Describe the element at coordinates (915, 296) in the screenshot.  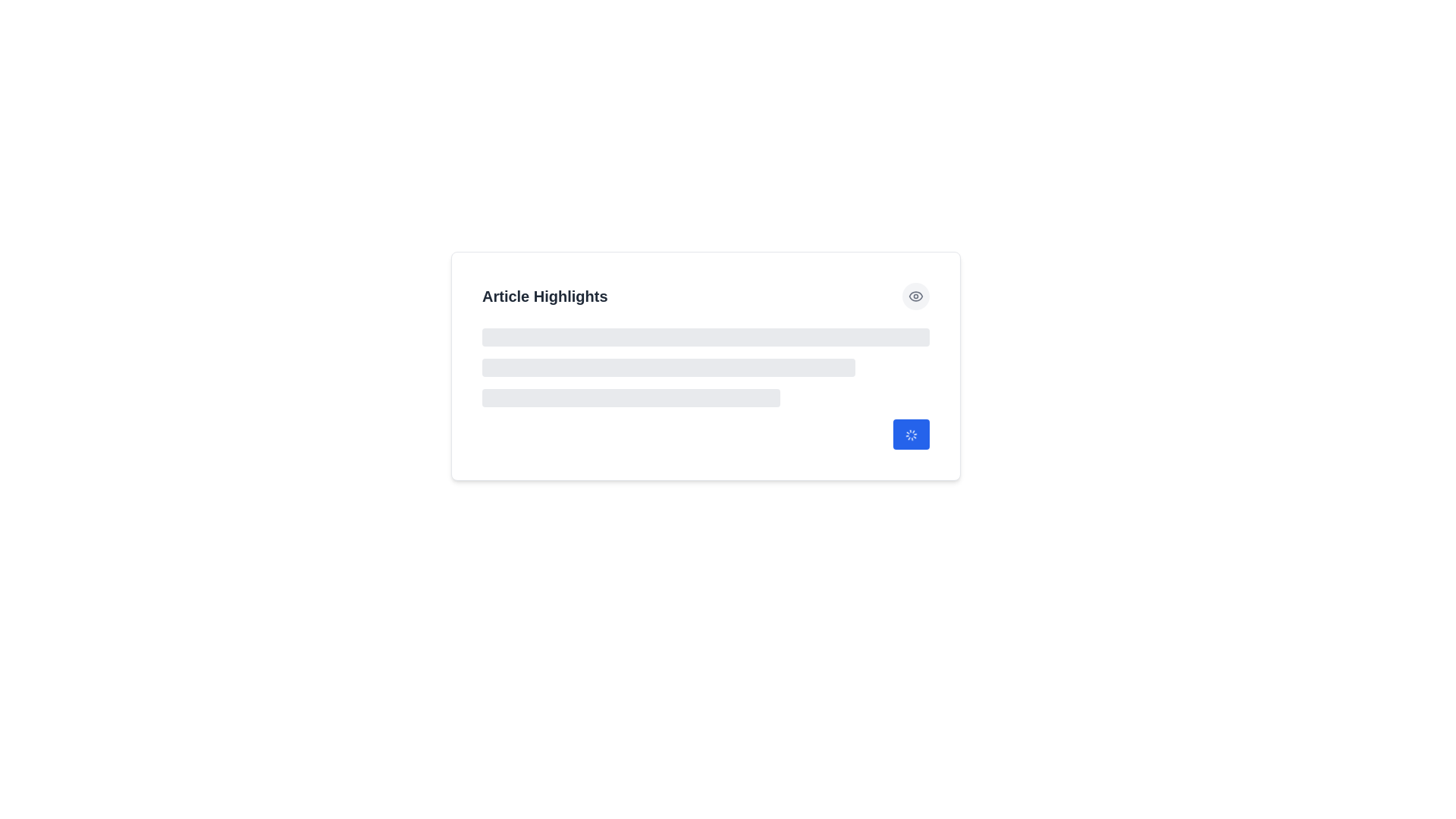
I see `the circular button with a gray background and eye icon located in the 'Article Highlights' section` at that location.